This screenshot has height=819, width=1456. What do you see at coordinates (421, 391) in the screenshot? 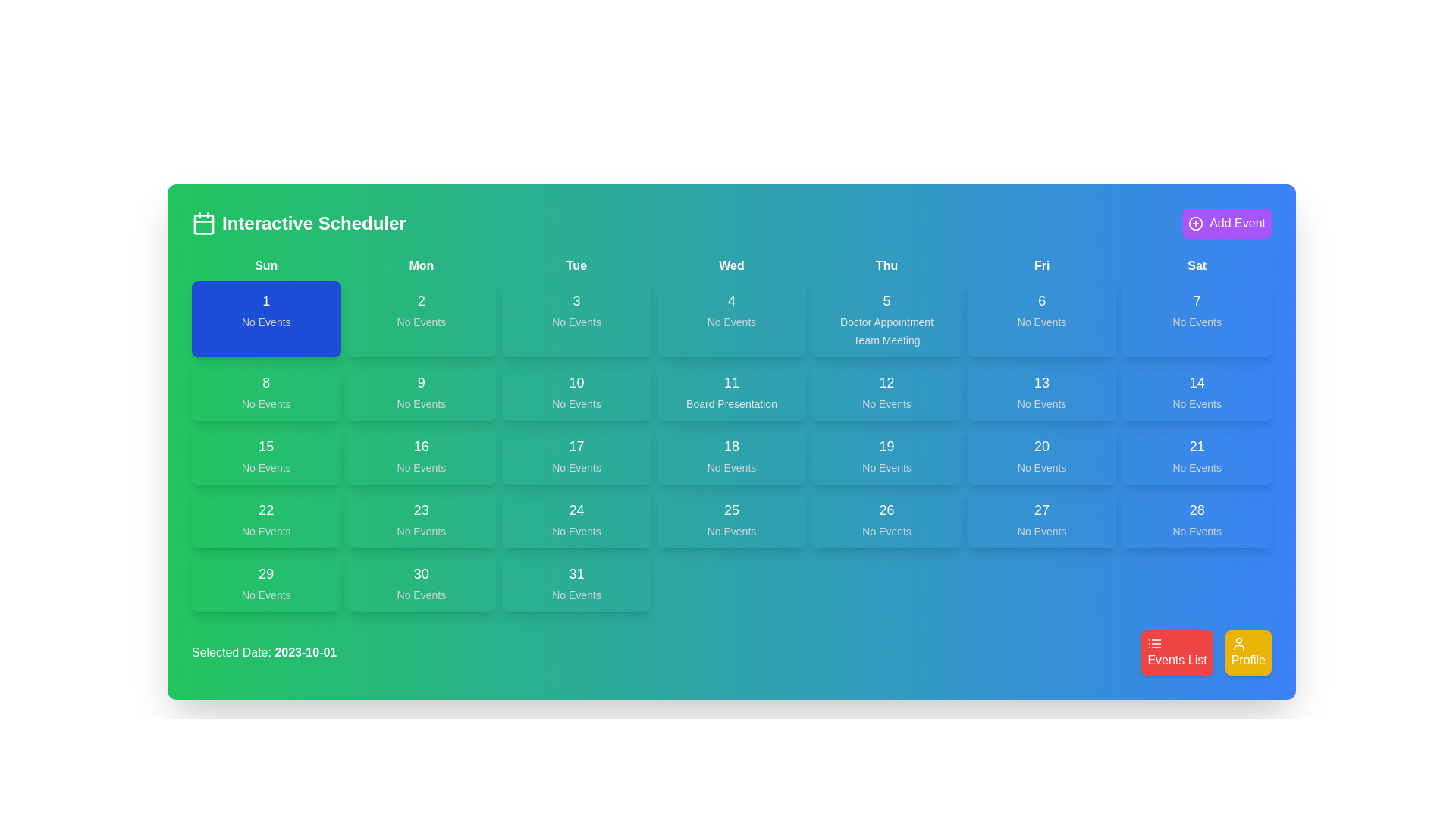
I see `the calendar cell representing the ninth day (Mon 9)` at bounding box center [421, 391].